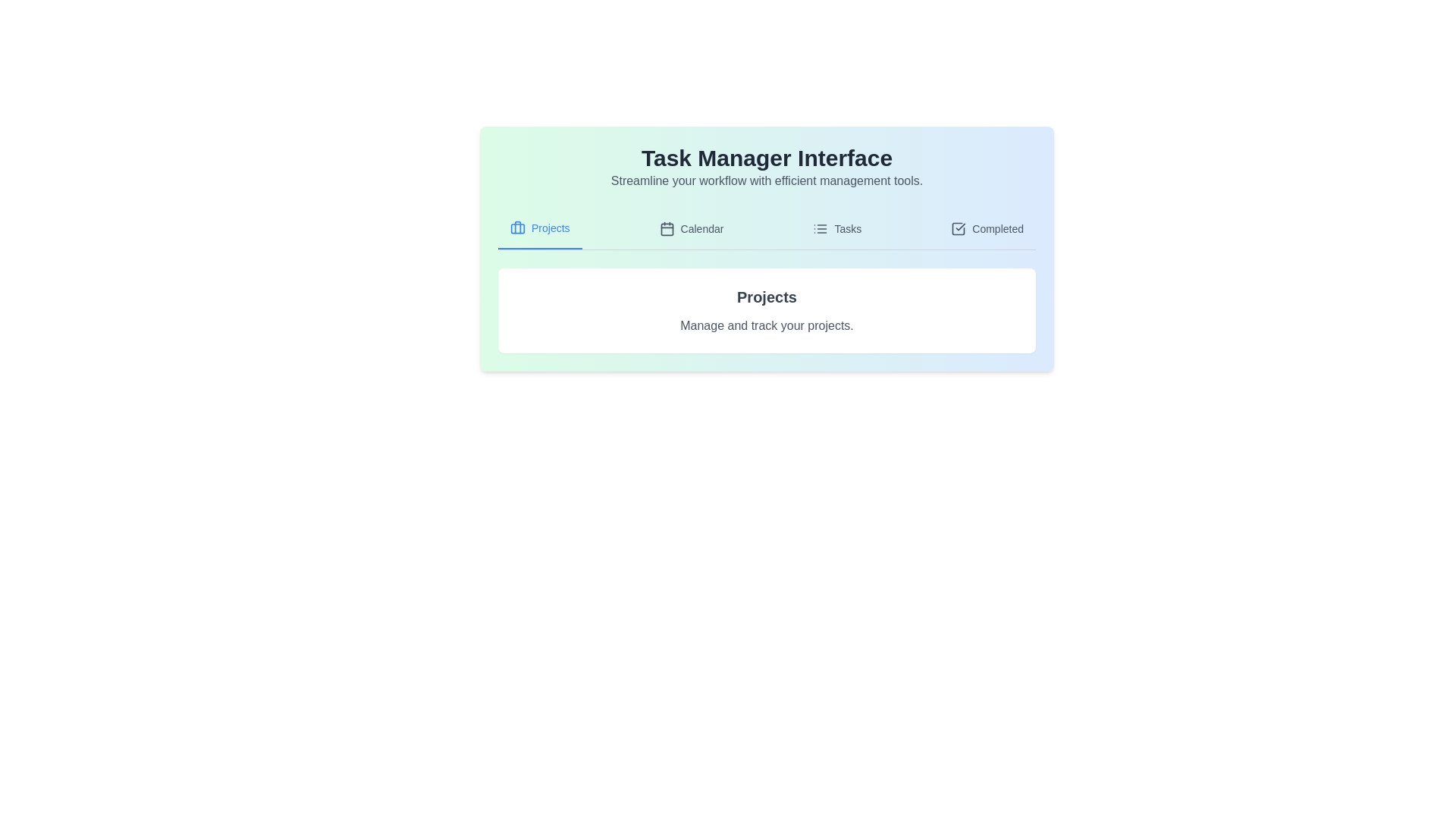 This screenshot has height=819, width=1456. Describe the element at coordinates (539, 228) in the screenshot. I see `the tab labeled 'Projects' to observe the visual cue` at that location.